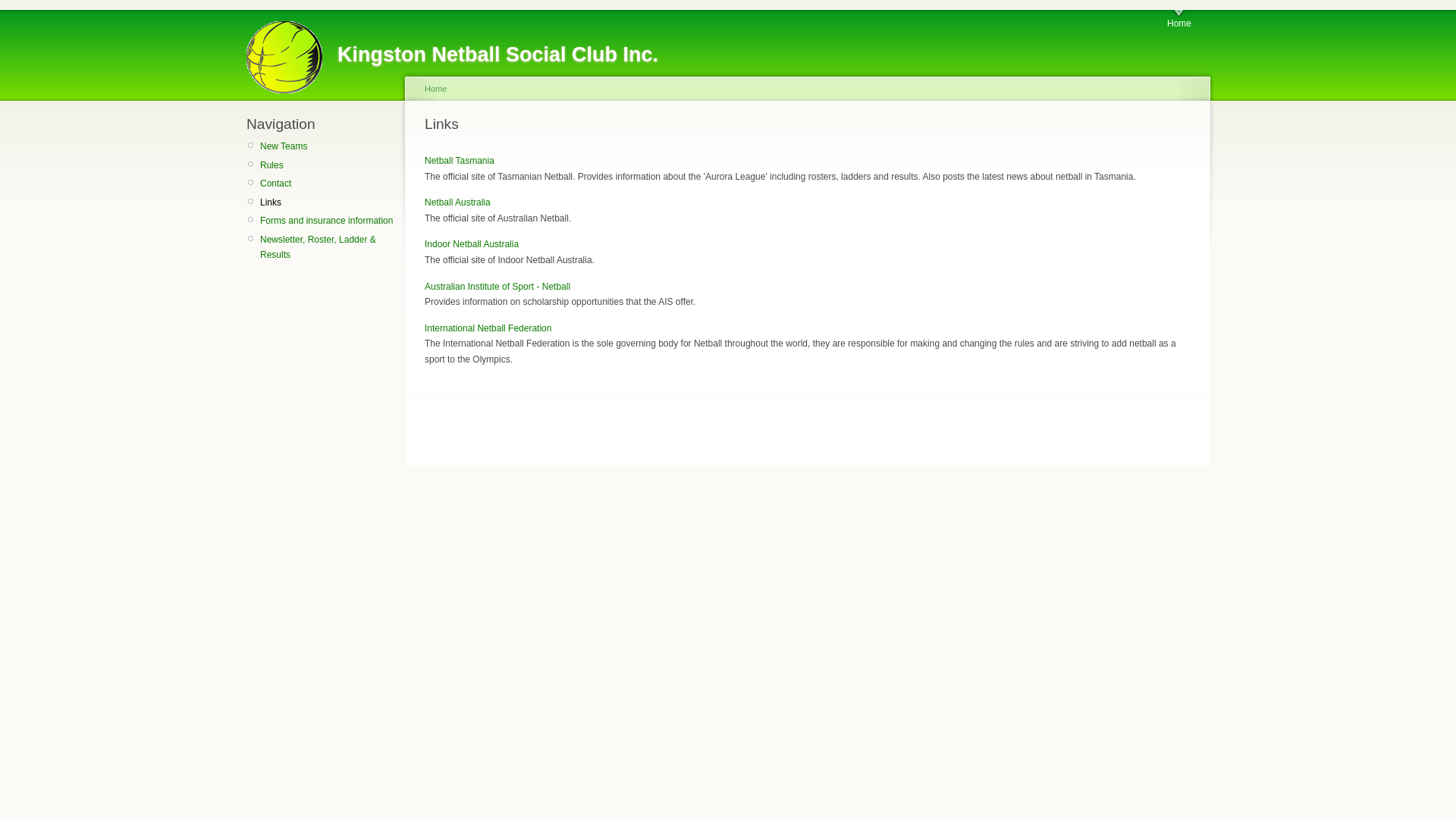  What do you see at coordinates (326, 220) in the screenshot?
I see `'Forms and insurance information'` at bounding box center [326, 220].